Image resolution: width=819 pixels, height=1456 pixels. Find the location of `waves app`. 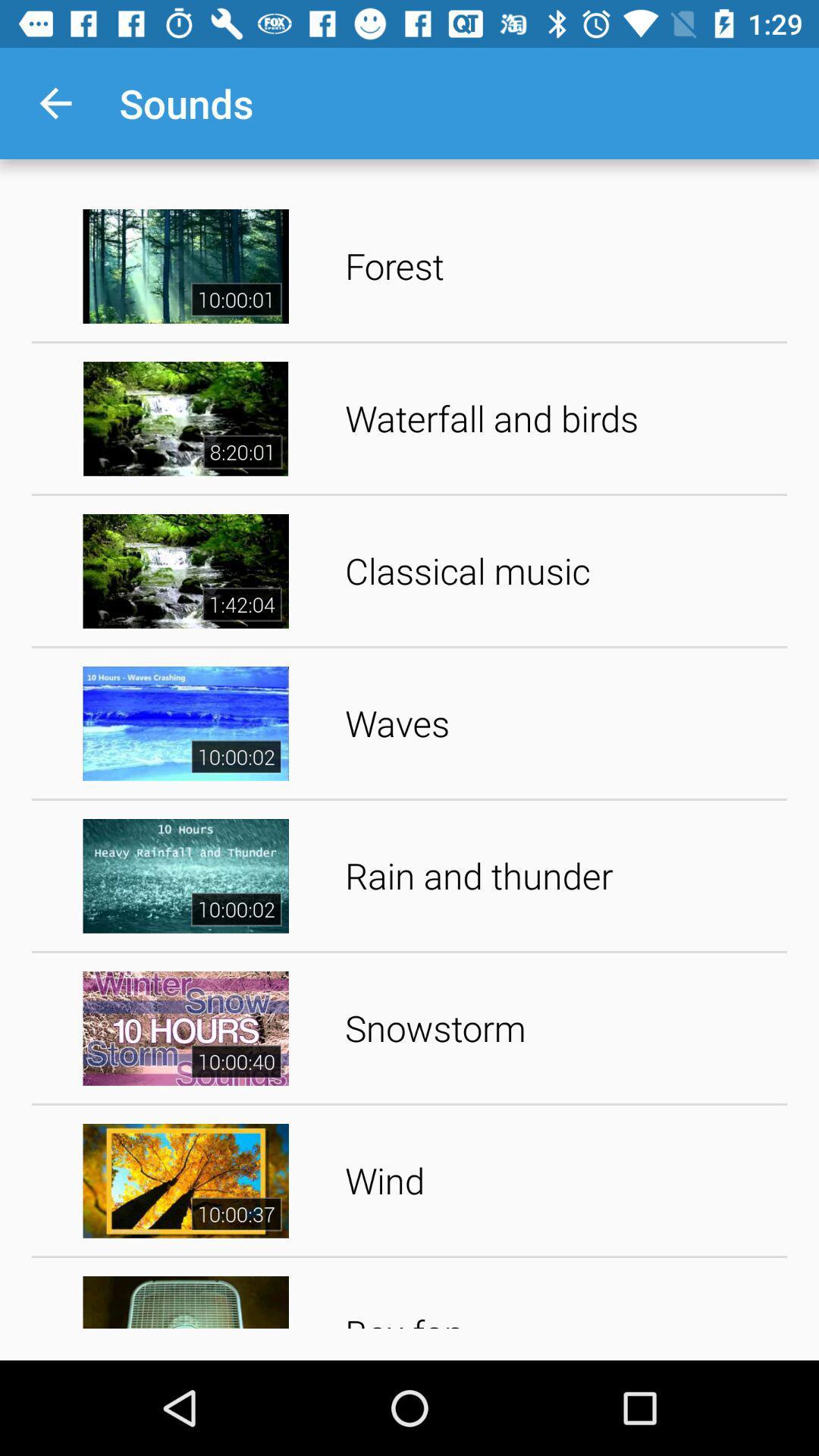

waves app is located at coordinates (560, 723).